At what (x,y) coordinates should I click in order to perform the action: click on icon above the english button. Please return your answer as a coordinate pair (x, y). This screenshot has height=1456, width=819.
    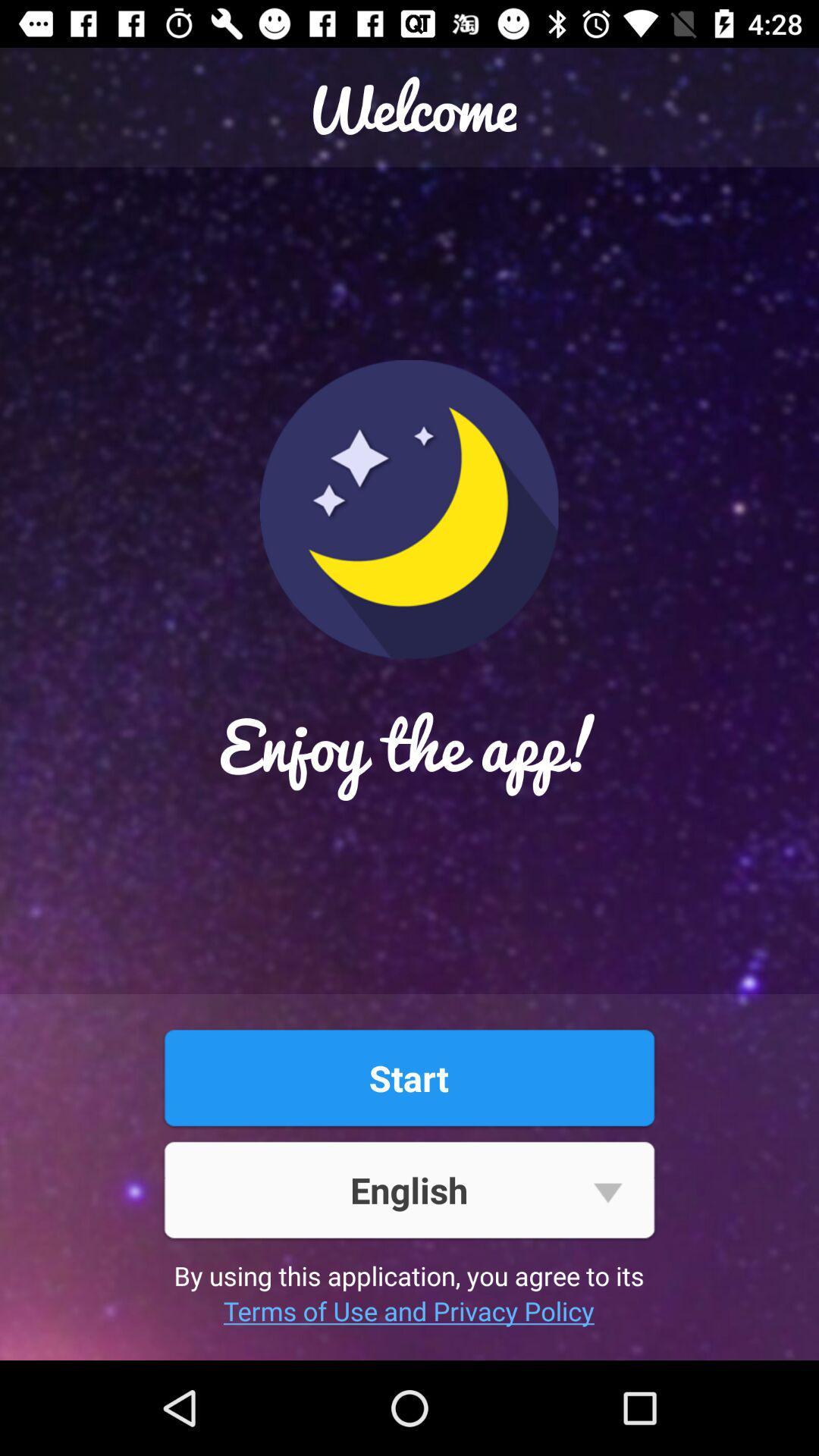
    Looking at the image, I should click on (408, 1077).